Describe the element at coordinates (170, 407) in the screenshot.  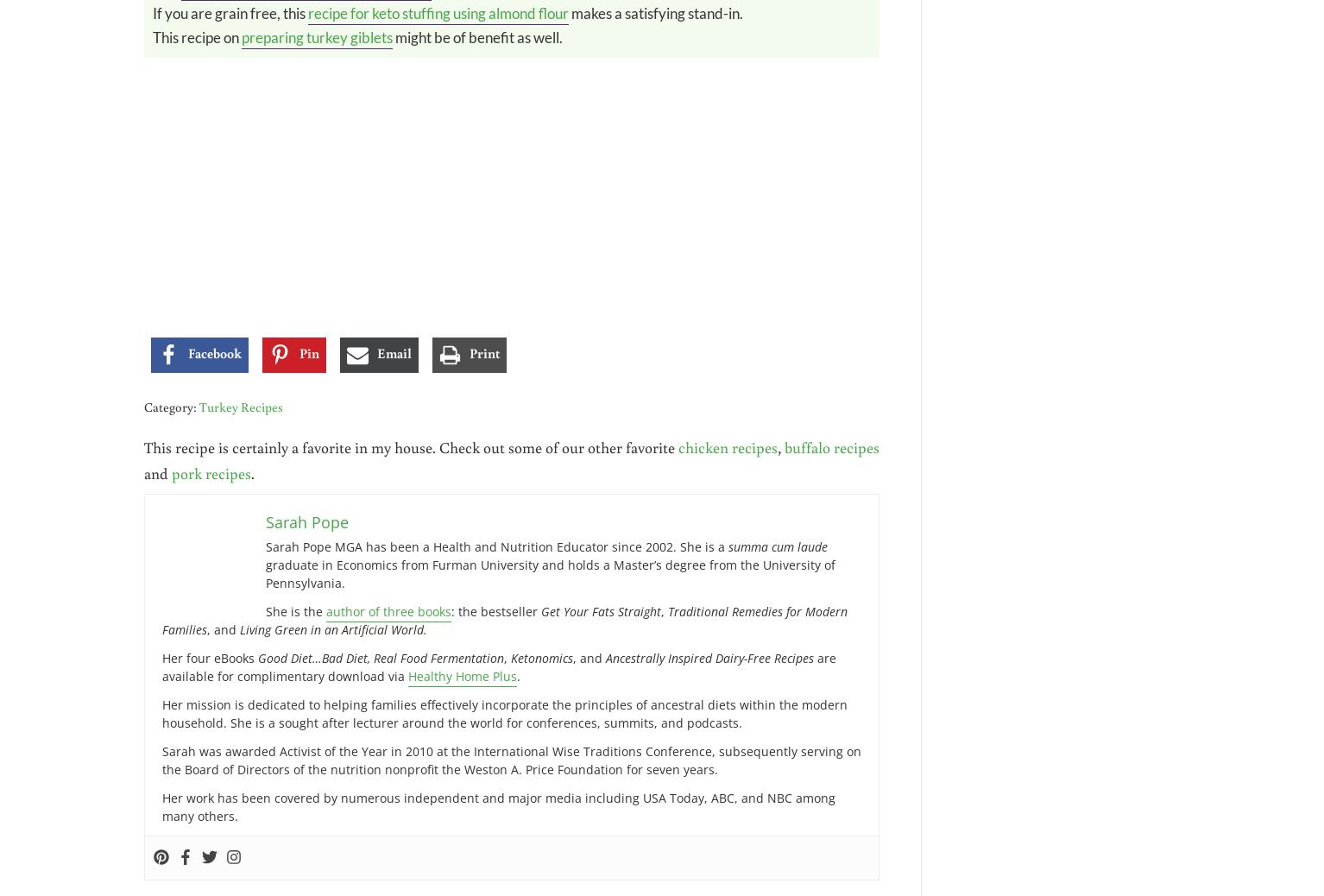
I see `'Category:'` at that location.